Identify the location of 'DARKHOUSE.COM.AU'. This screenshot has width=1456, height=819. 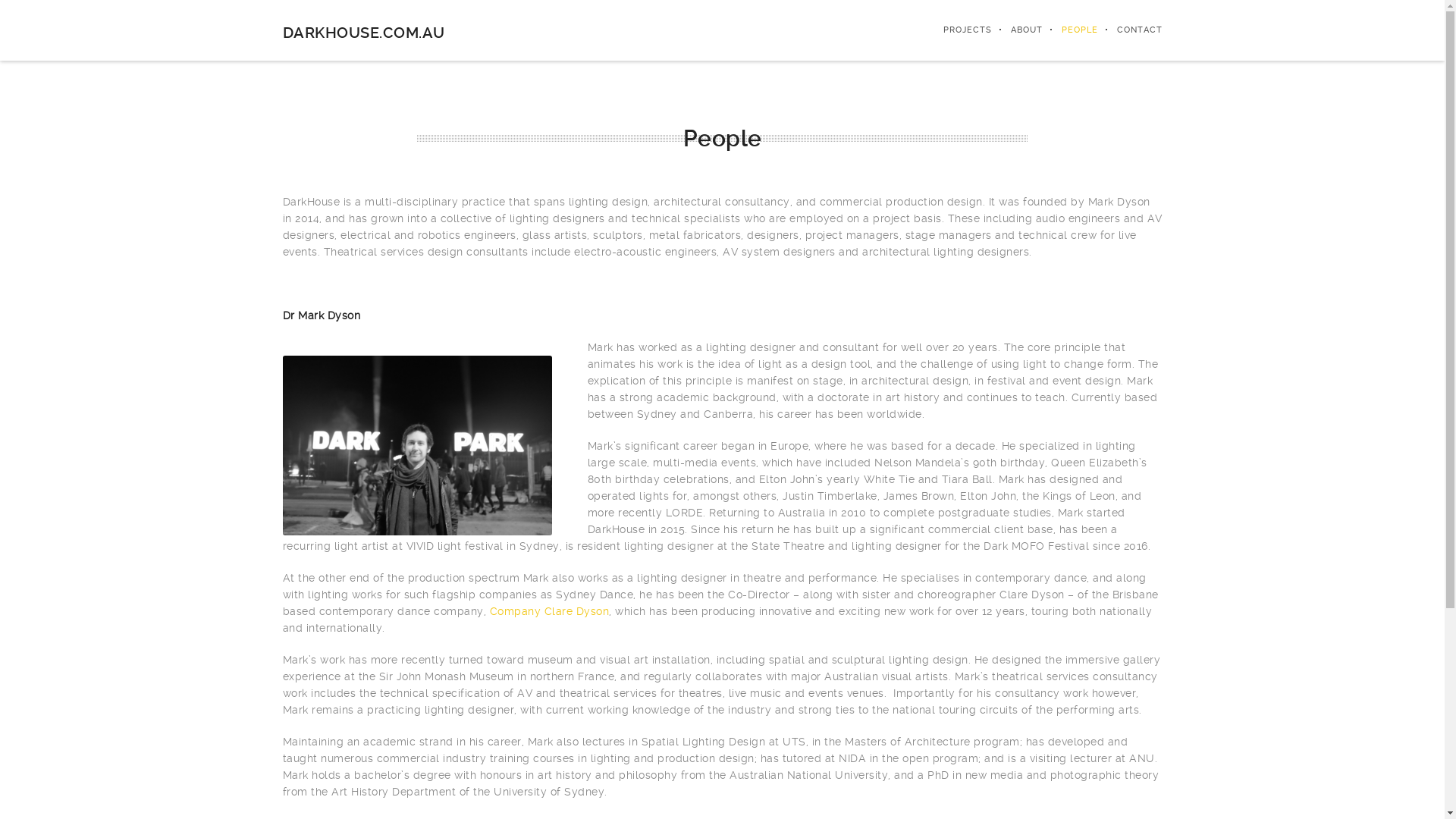
(362, 32).